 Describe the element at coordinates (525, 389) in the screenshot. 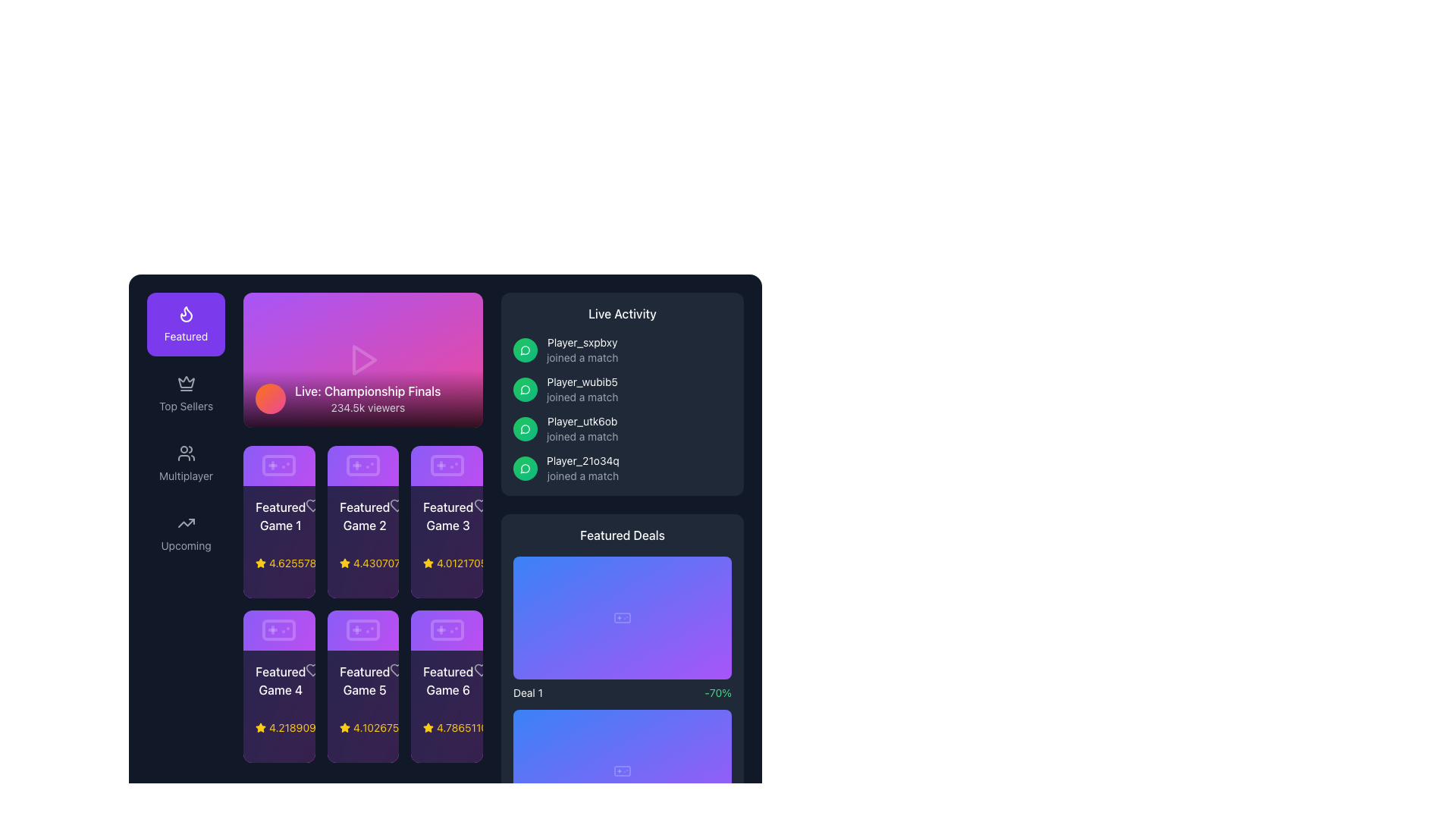

I see `the vector icon component that resembles a speech bubble, located in the 'Live Activity' section under the title 'Live Activity'` at that location.